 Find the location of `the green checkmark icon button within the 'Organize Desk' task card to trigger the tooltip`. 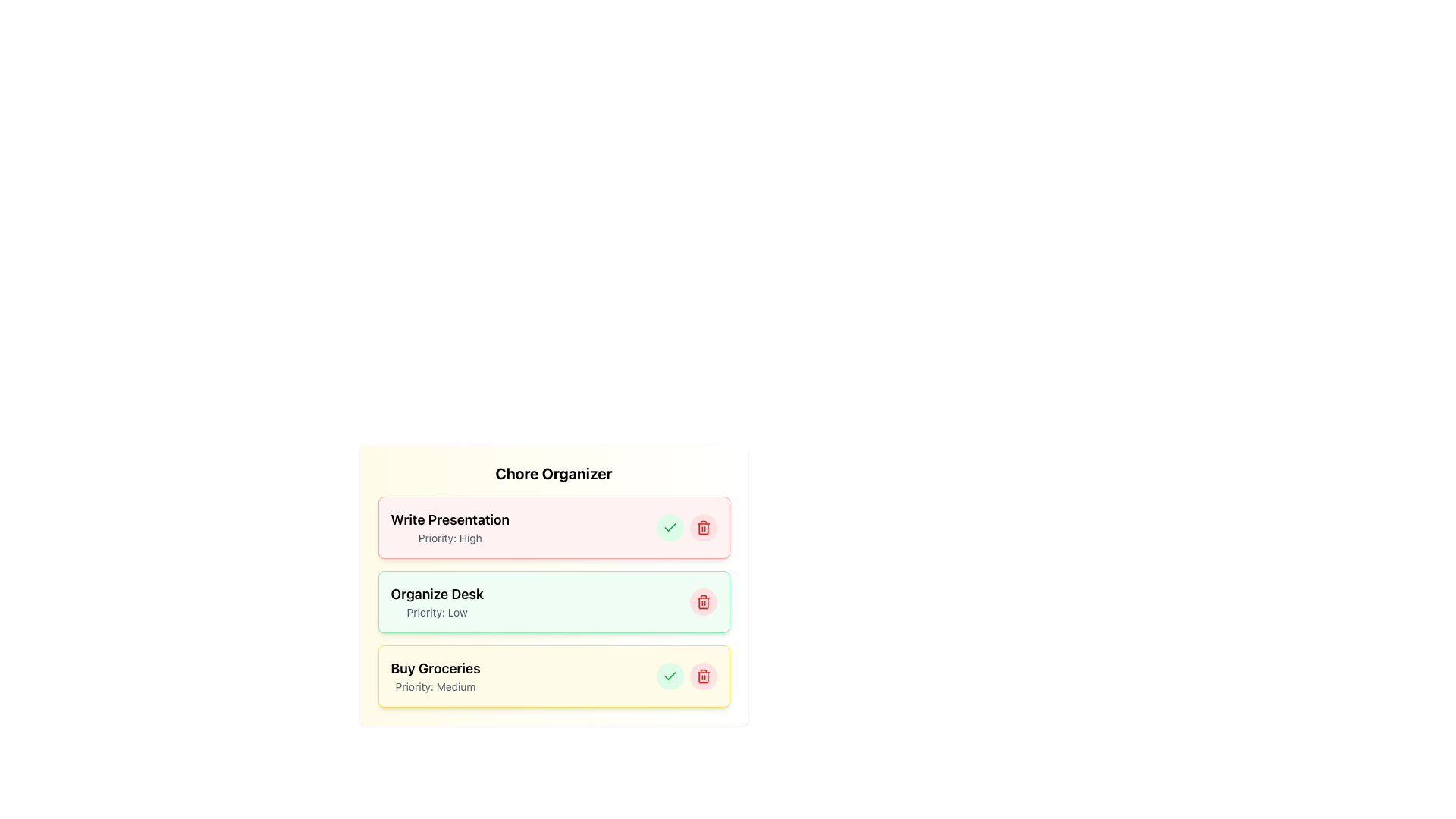

the green checkmark icon button within the 'Organize Desk' task card to trigger the tooltip is located at coordinates (669, 675).